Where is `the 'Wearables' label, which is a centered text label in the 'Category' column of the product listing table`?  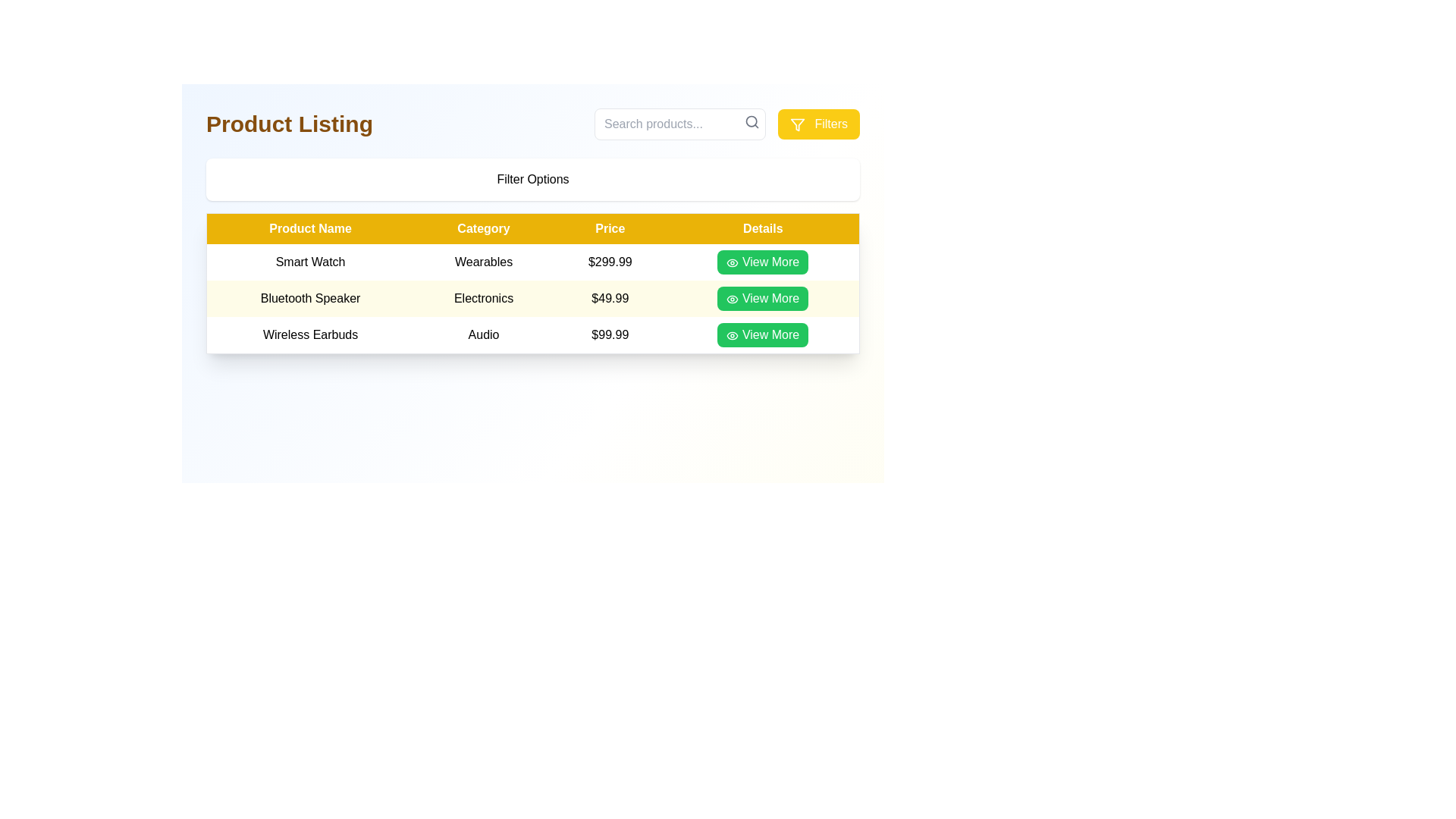 the 'Wearables' label, which is a centered text label in the 'Category' column of the product listing table is located at coordinates (483, 262).